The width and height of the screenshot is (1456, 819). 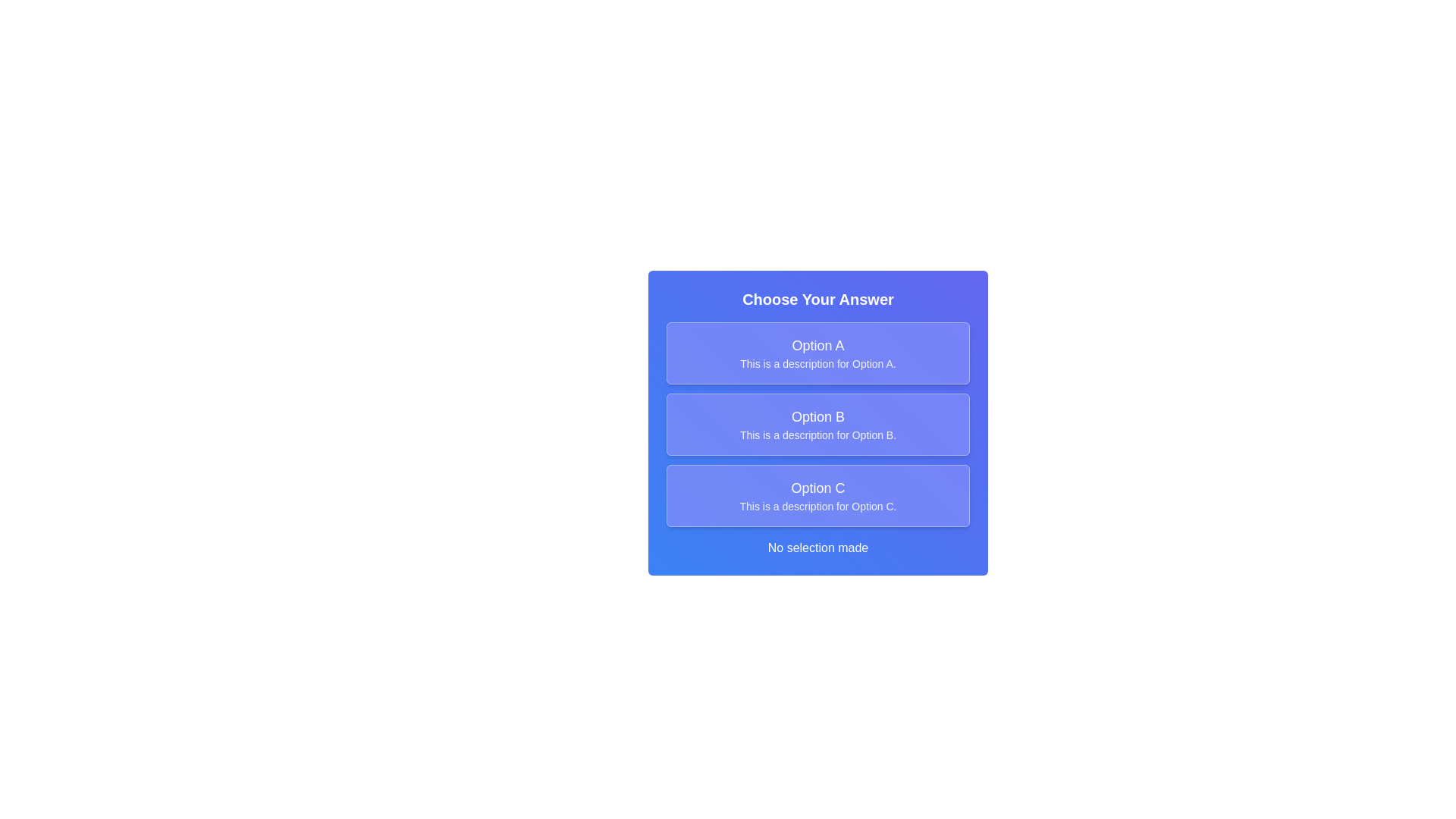 I want to click on the third selectable option at the bottom of the card group labeled 'Option C', so click(x=817, y=496).